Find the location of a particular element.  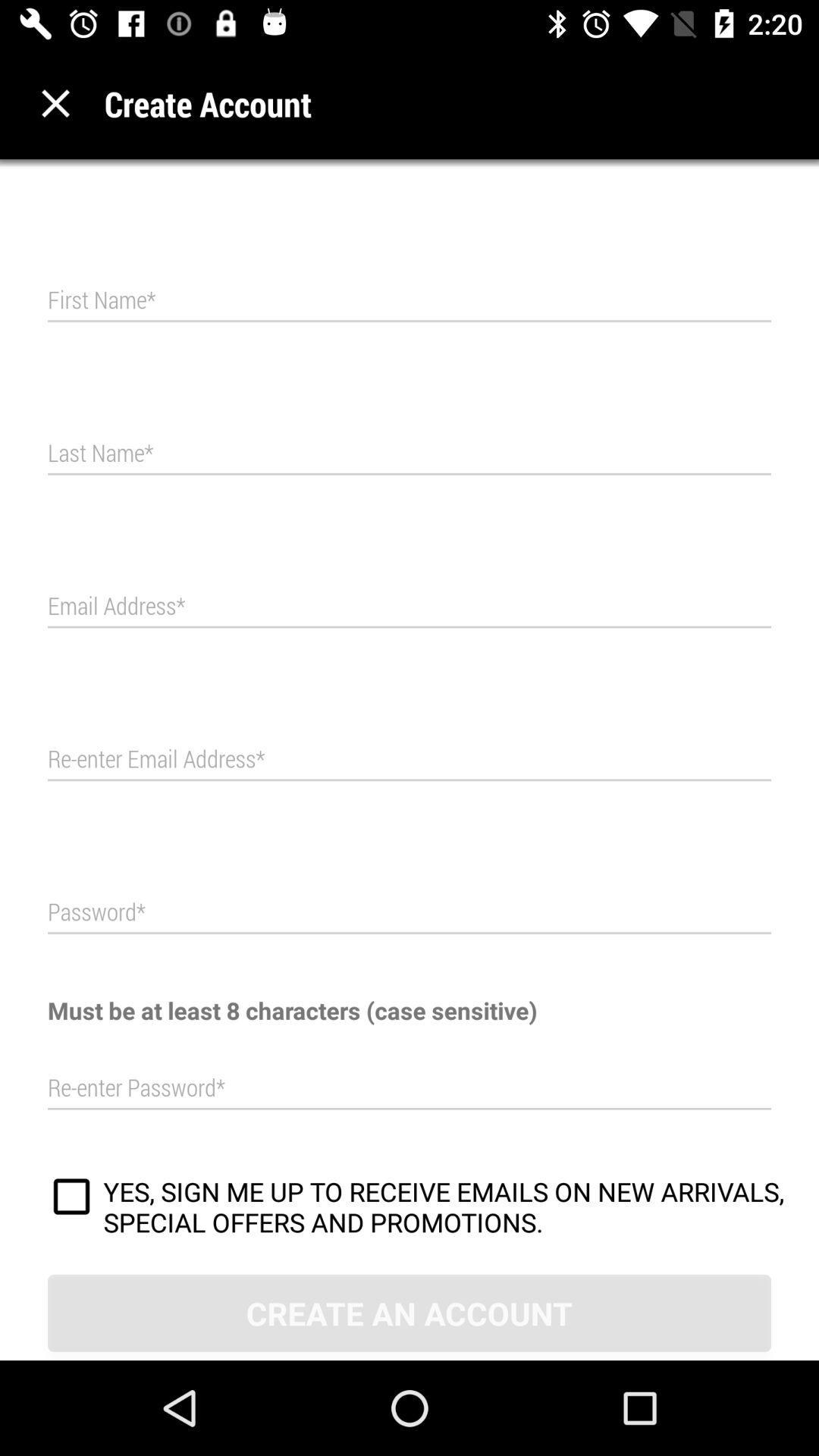

re-enter password is located at coordinates (409, 1087).